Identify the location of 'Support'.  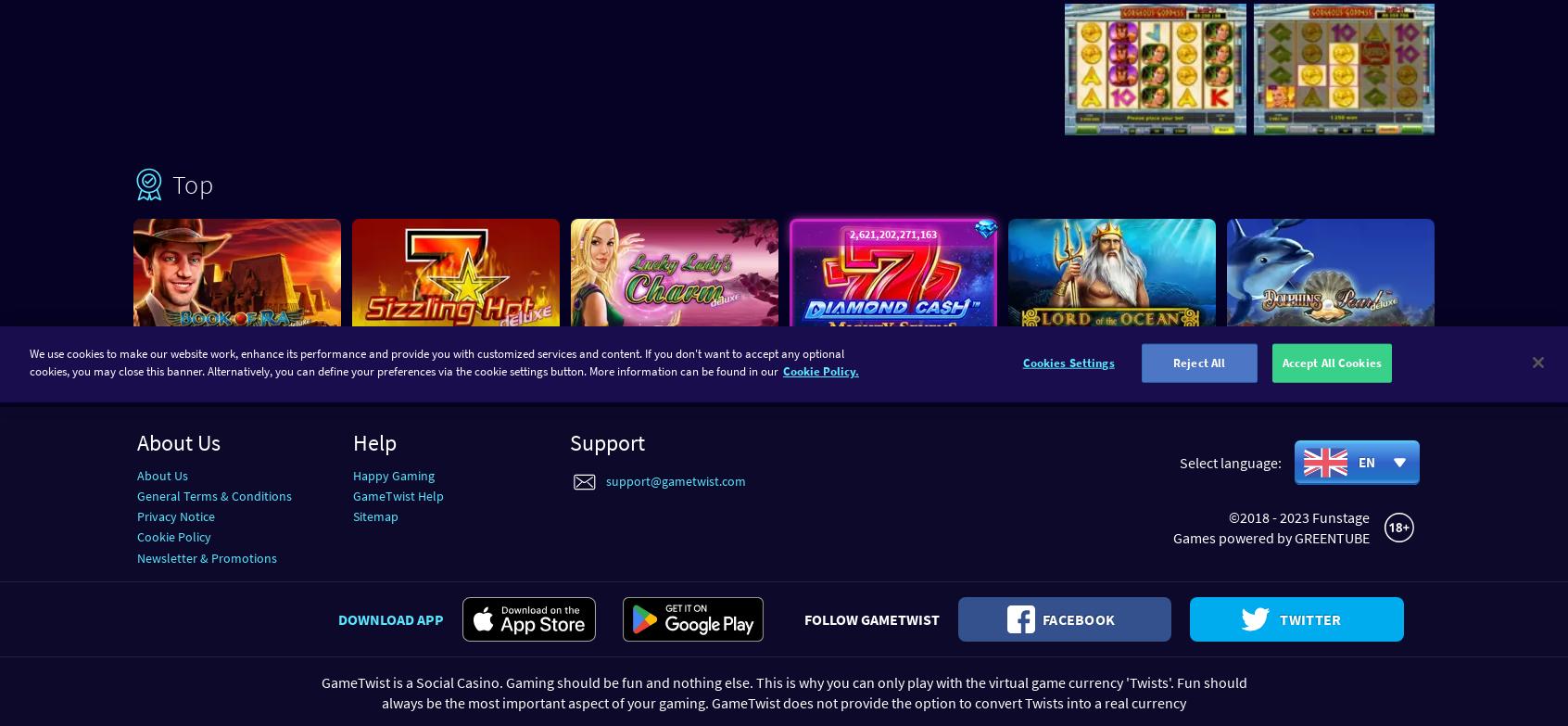
(606, 440).